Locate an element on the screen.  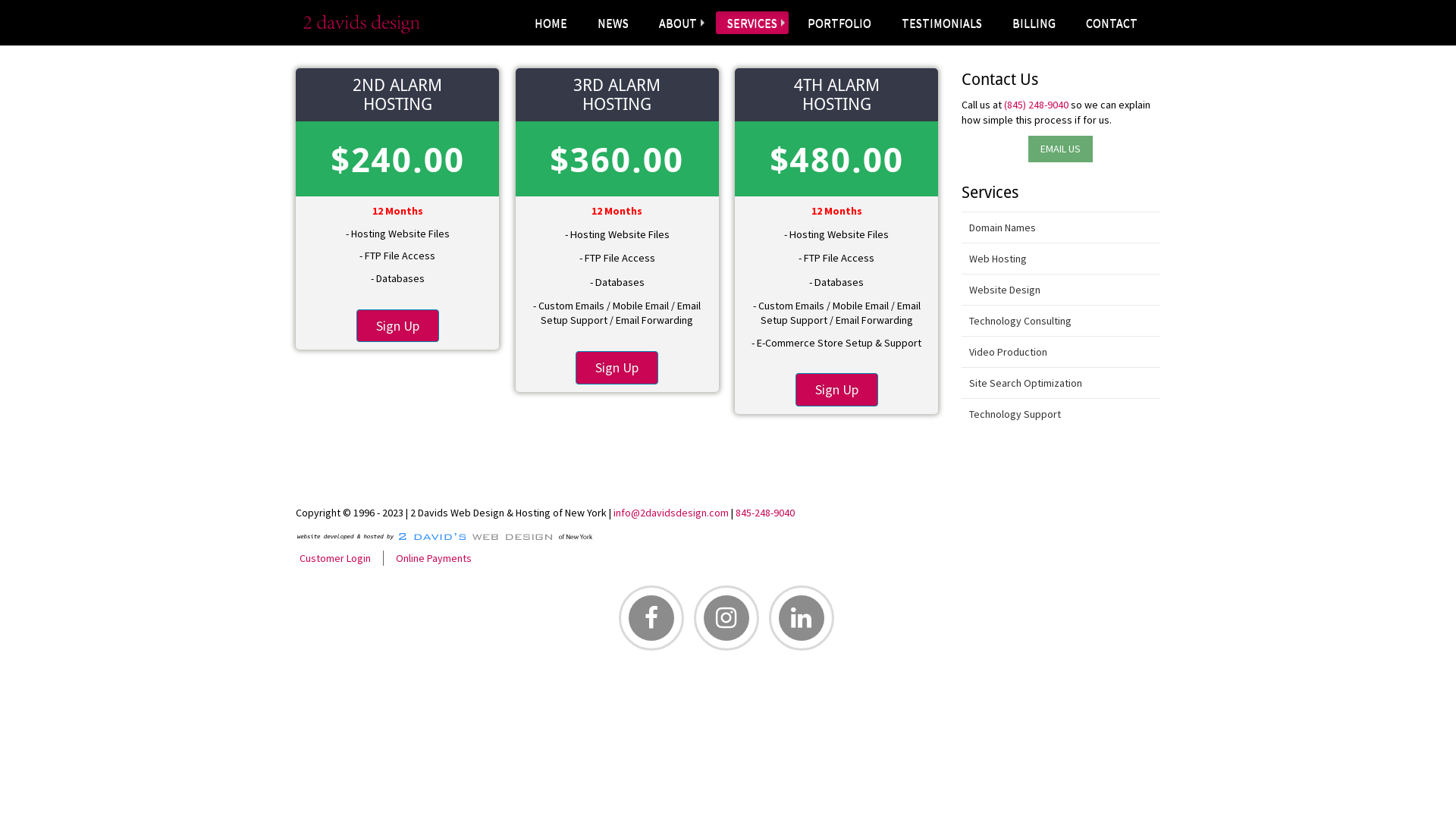
'EMAIL US' is located at coordinates (1059, 149).